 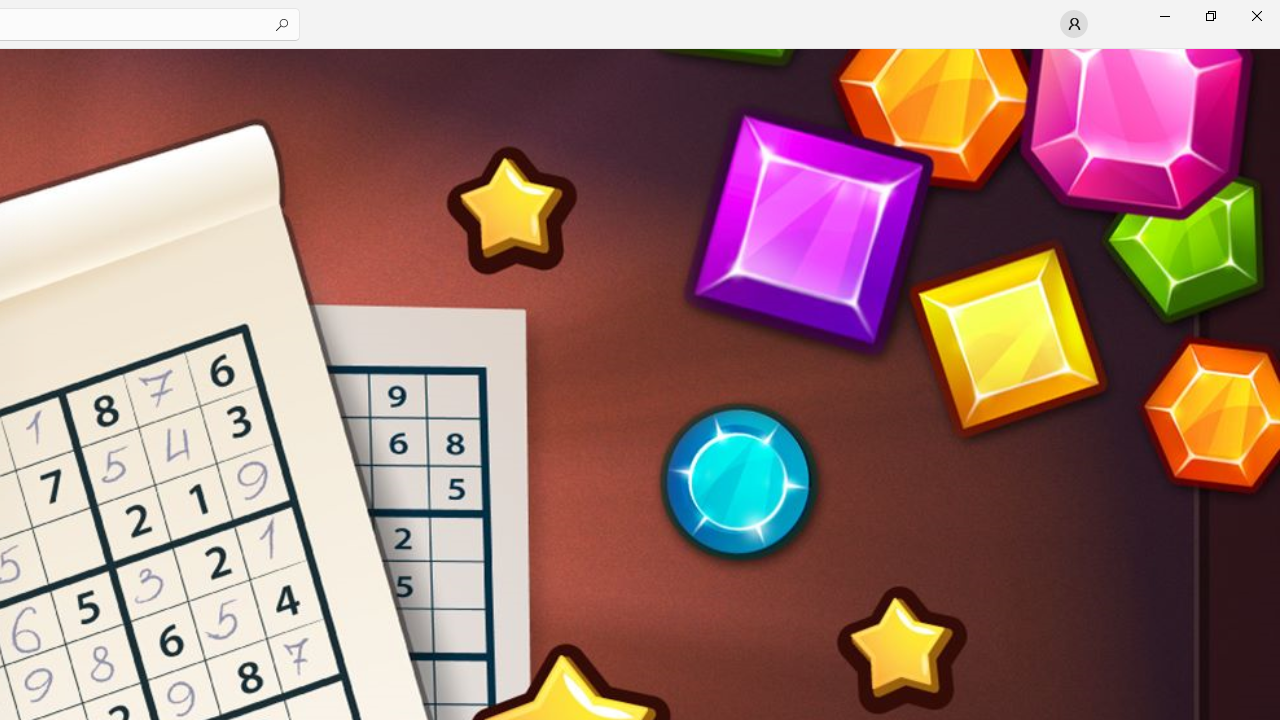 What do you see at coordinates (1072, 24) in the screenshot?
I see `'User profile'` at bounding box center [1072, 24].